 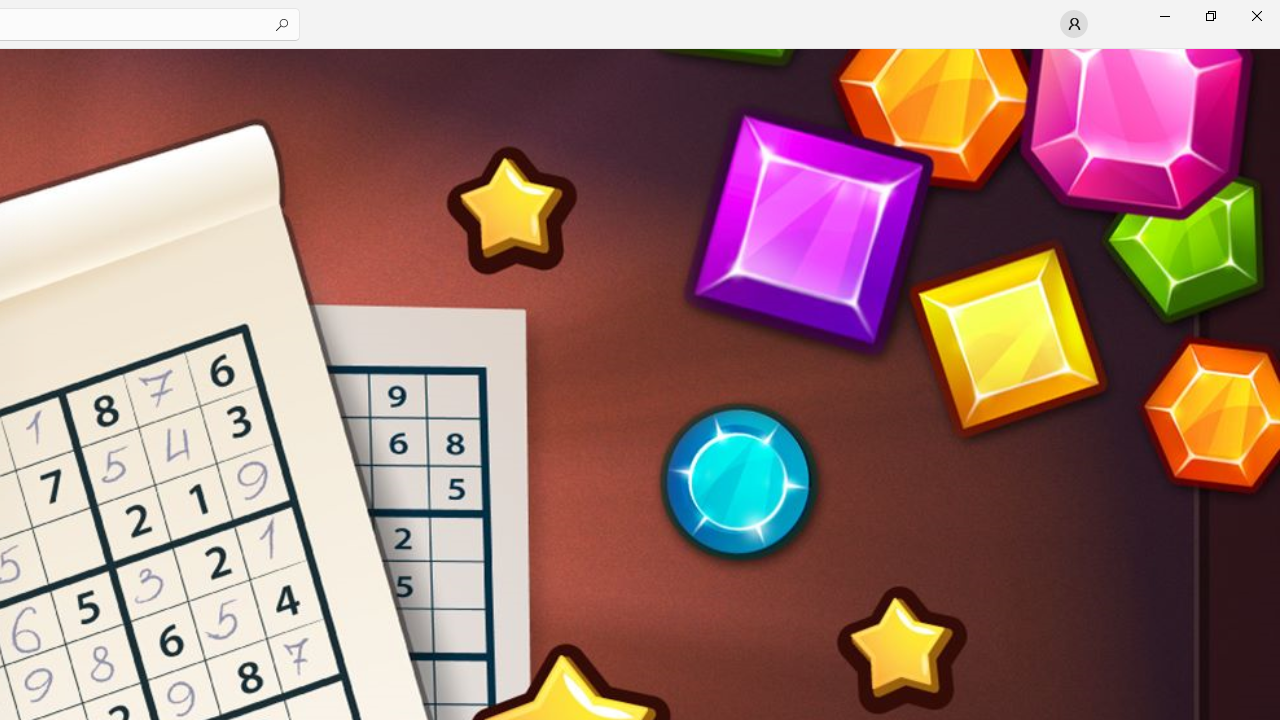 What do you see at coordinates (1072, 24) in the screenshot?
I see `'User profile'` at bounding box center [1072, 24].